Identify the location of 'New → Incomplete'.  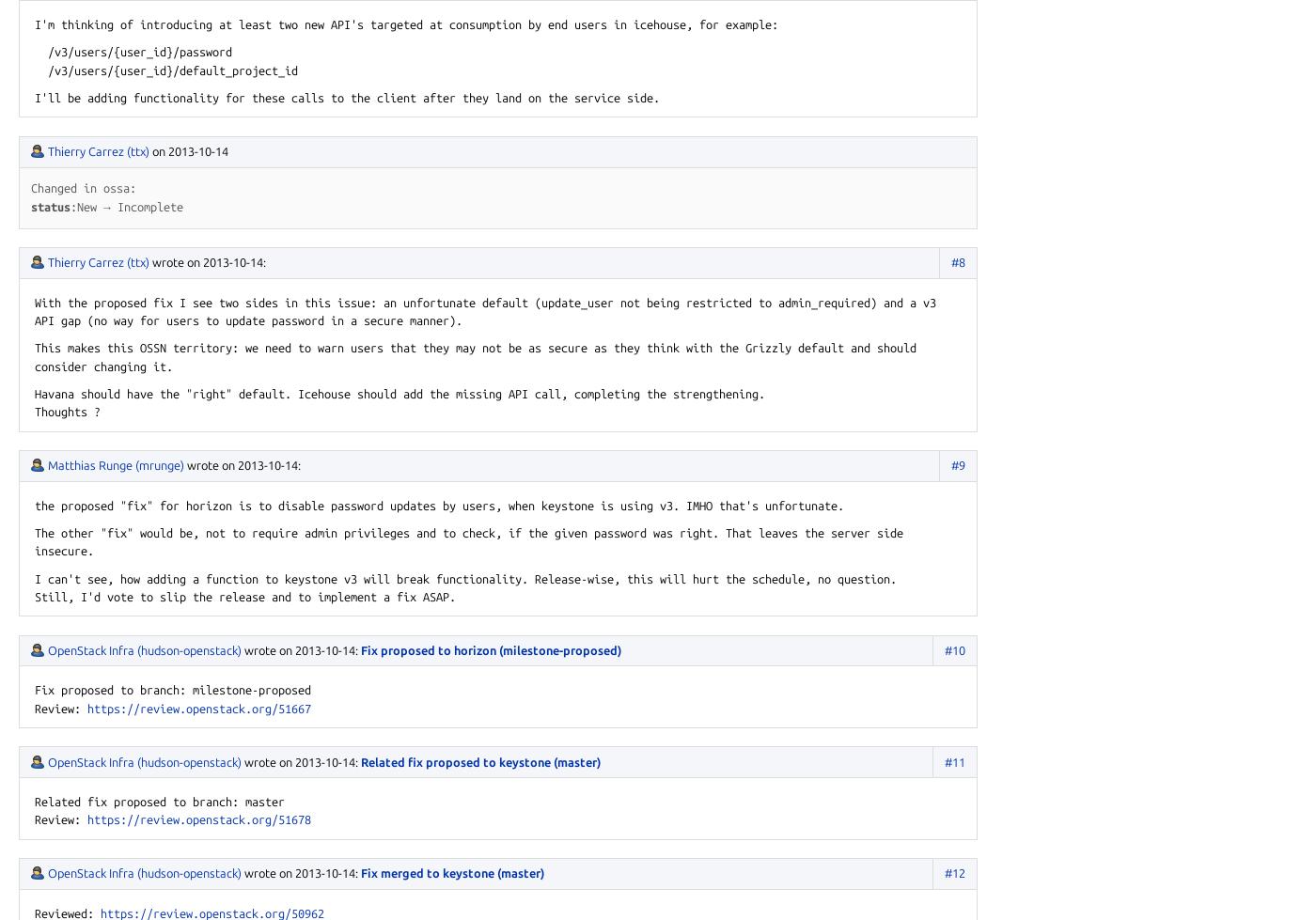
(130, 206).